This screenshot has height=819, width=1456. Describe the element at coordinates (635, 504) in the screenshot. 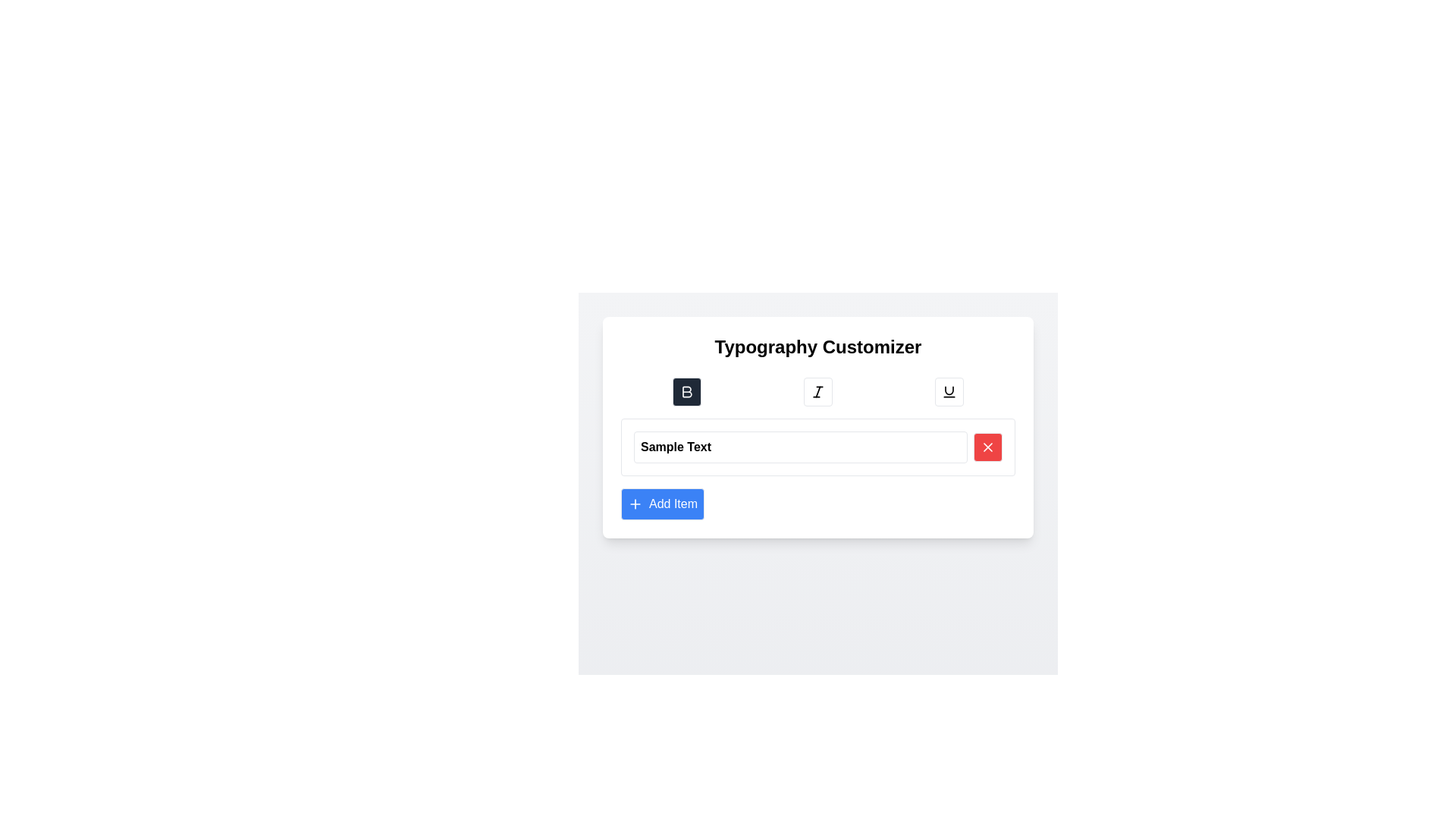

I see `the blue 'Add Item' button which contains the decorative icon positioned to the left of the text label 'Add Item'` at that location.